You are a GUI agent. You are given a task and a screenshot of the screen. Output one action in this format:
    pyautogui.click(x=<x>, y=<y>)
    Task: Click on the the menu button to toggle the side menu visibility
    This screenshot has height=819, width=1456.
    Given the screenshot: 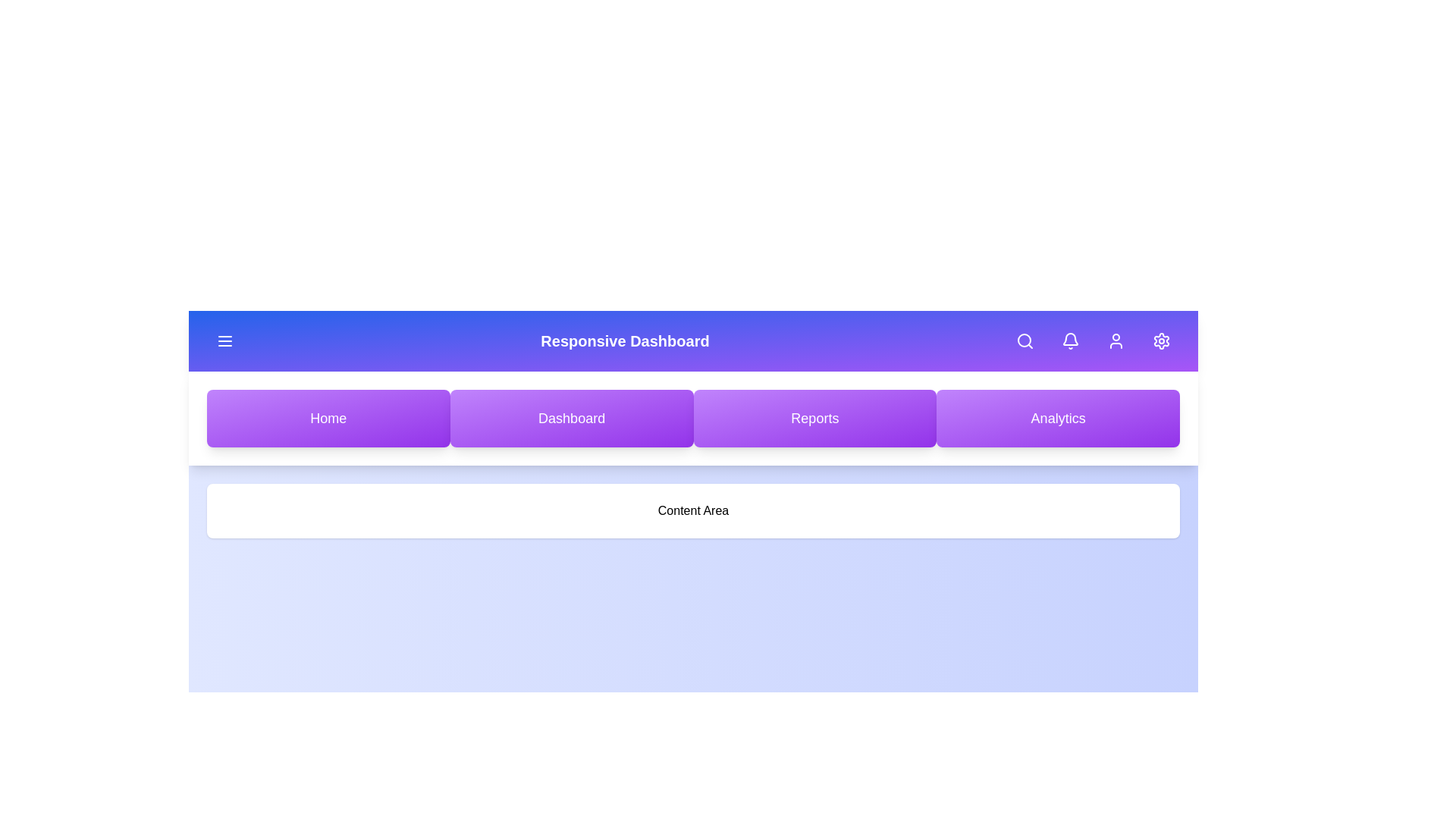 What is the action you would take?
    pyautogui.click(x=224, y=341)
    